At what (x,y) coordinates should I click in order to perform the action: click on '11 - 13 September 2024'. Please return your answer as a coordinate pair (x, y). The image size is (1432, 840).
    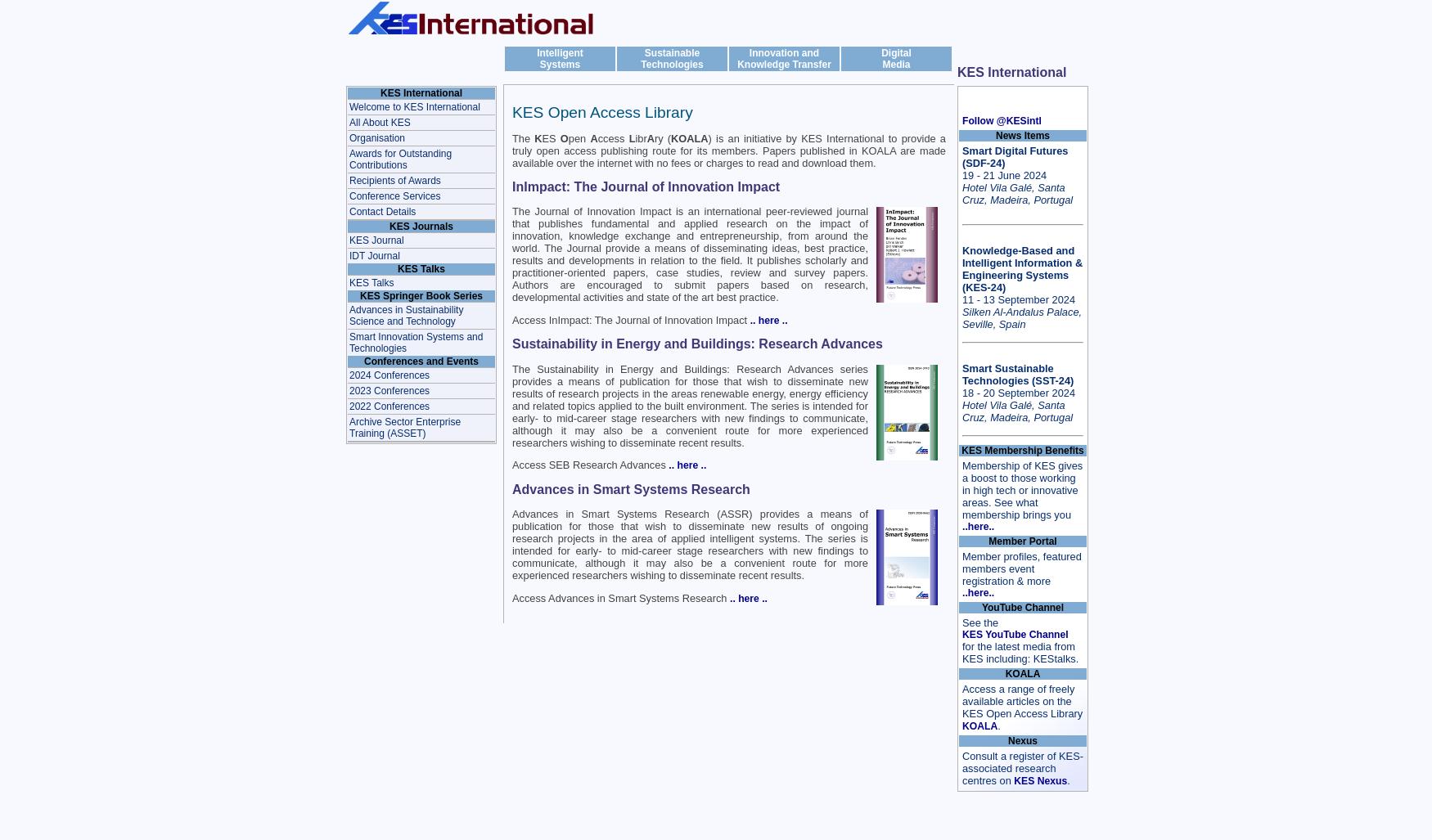
    Looking at the image, I should click on (1018, 299).